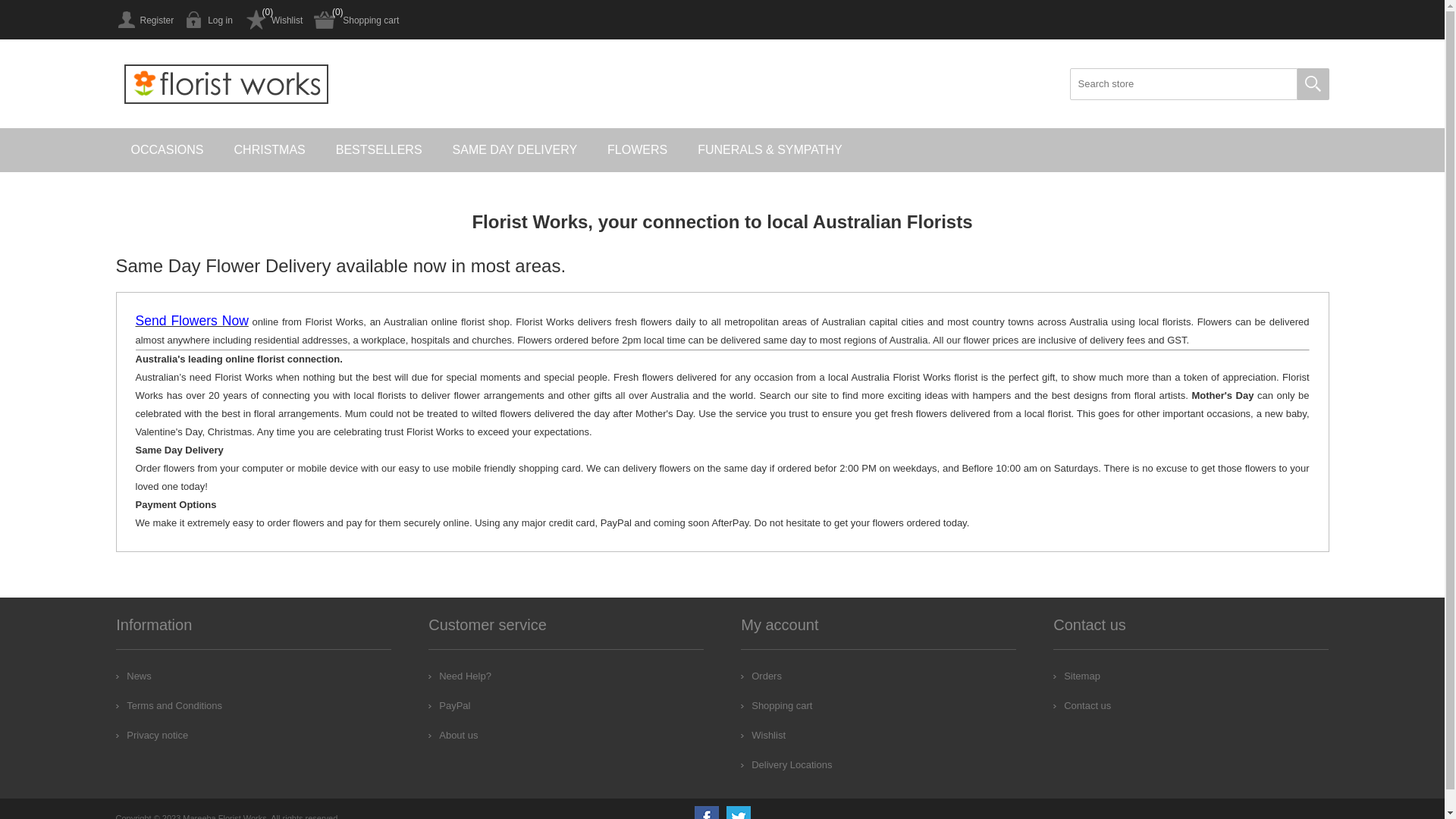 The height and width of the screenshot is (819, 1456). Describe the element at coordinates (763, 734) in the screenshot. I see `'Wishlist'` at that location.